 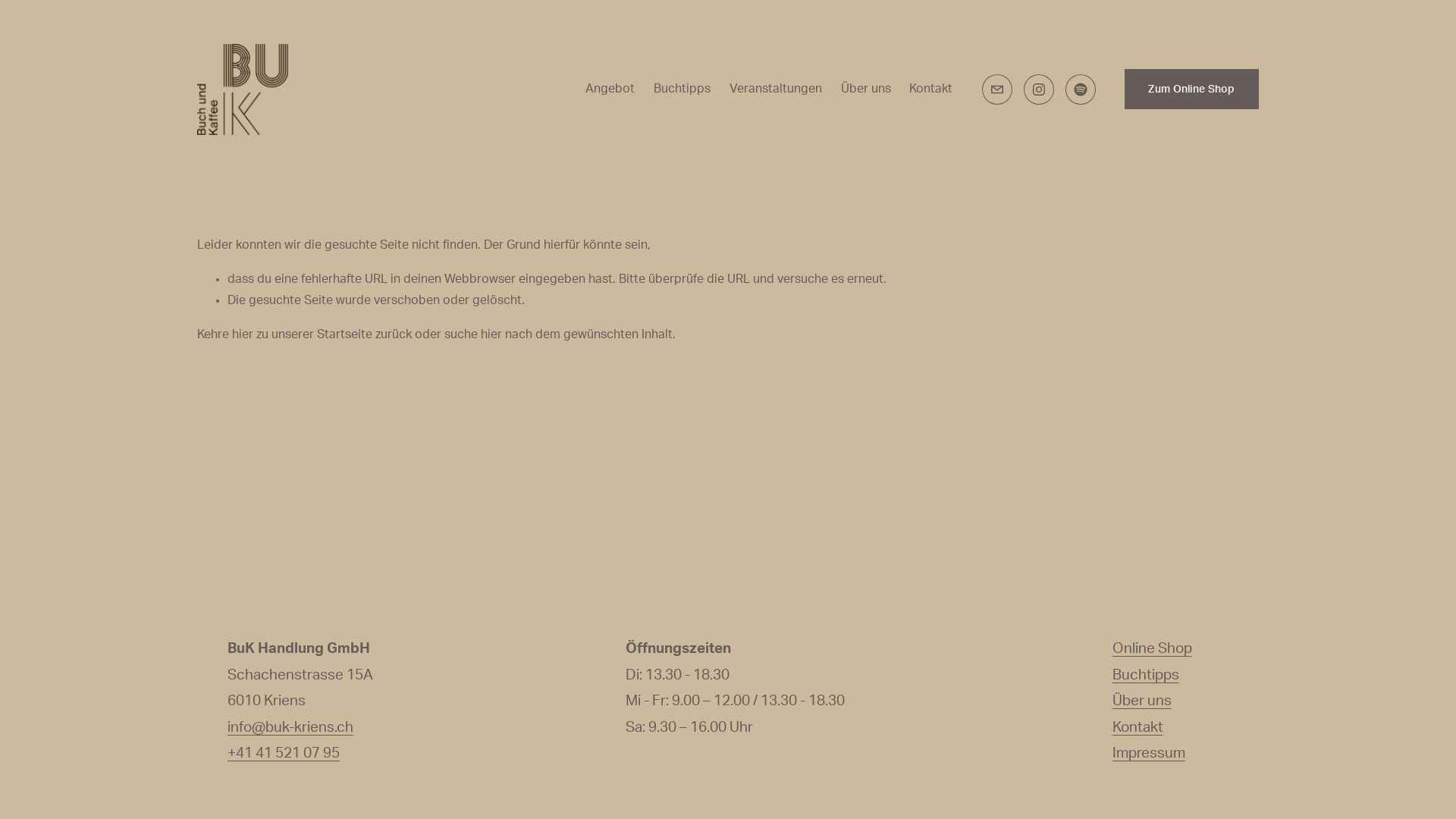 I want to click on 'Angebot', so click(x=610, y=89).